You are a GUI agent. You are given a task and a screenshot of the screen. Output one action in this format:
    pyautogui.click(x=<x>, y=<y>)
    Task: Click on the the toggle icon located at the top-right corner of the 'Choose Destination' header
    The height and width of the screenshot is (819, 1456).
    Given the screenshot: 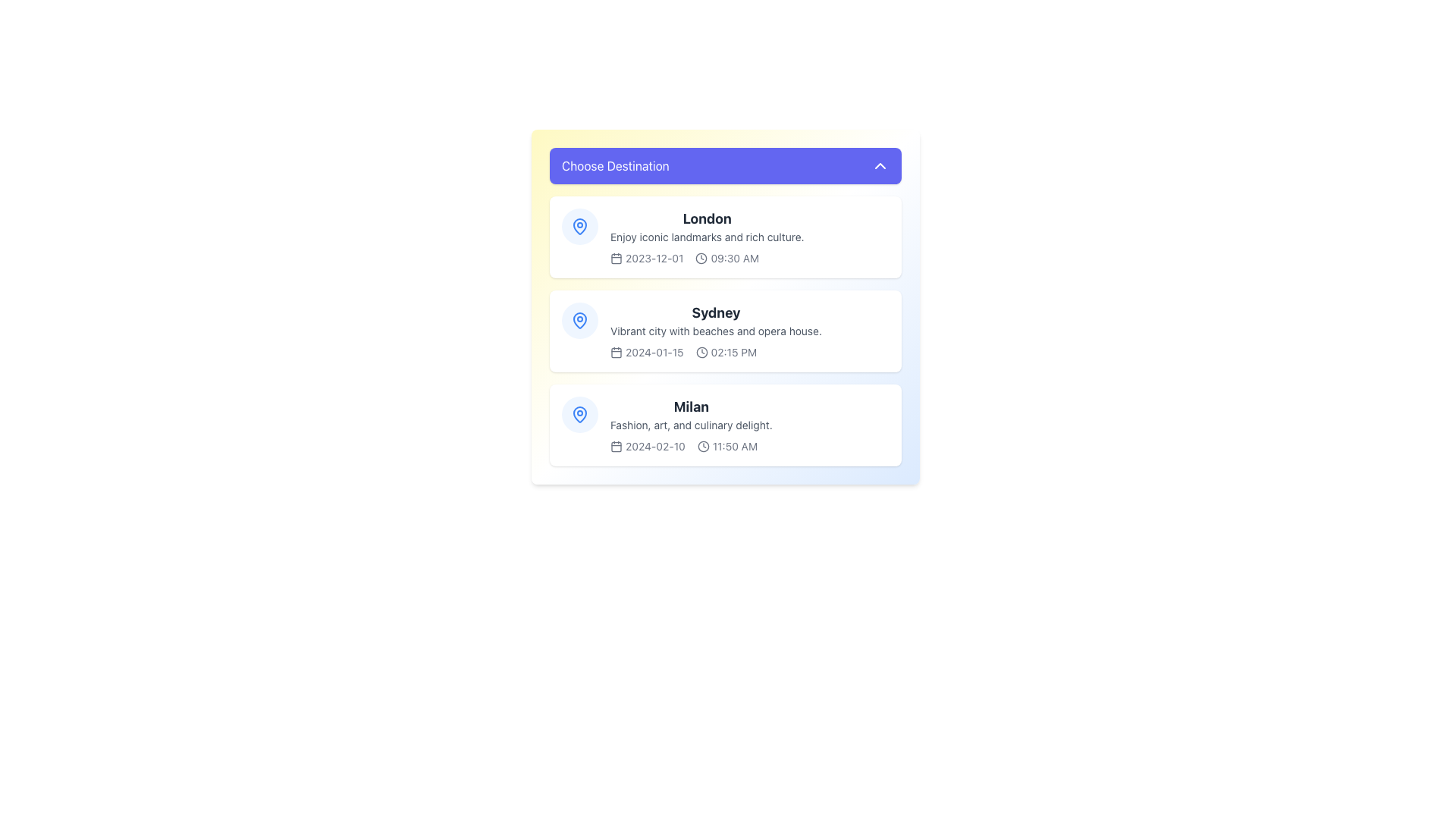 What is the action you would take?
    pyautogui.click(x=880, y=166)
    